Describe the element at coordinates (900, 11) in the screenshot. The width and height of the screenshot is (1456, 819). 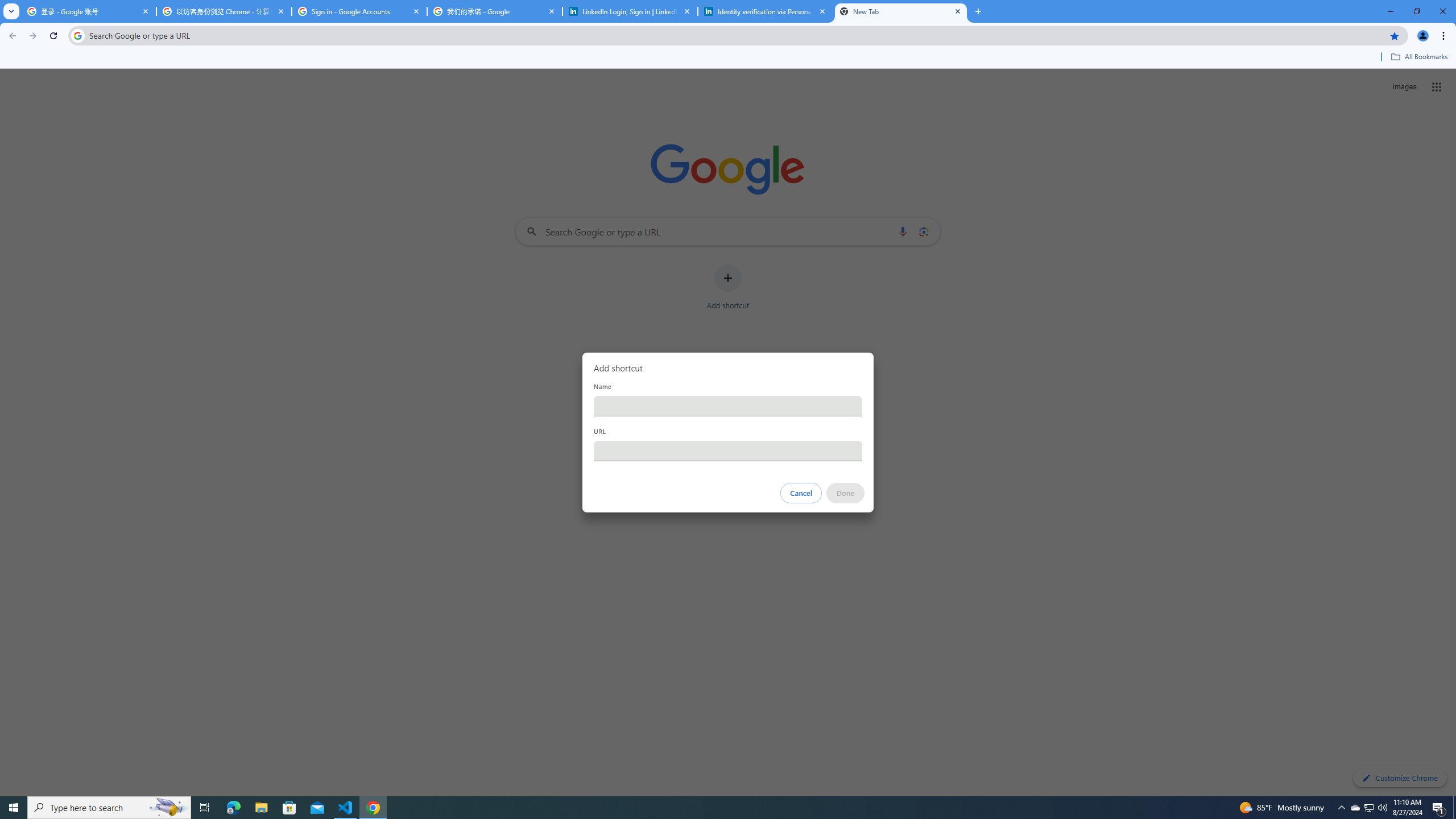
I see `'New Tab'` at that location.